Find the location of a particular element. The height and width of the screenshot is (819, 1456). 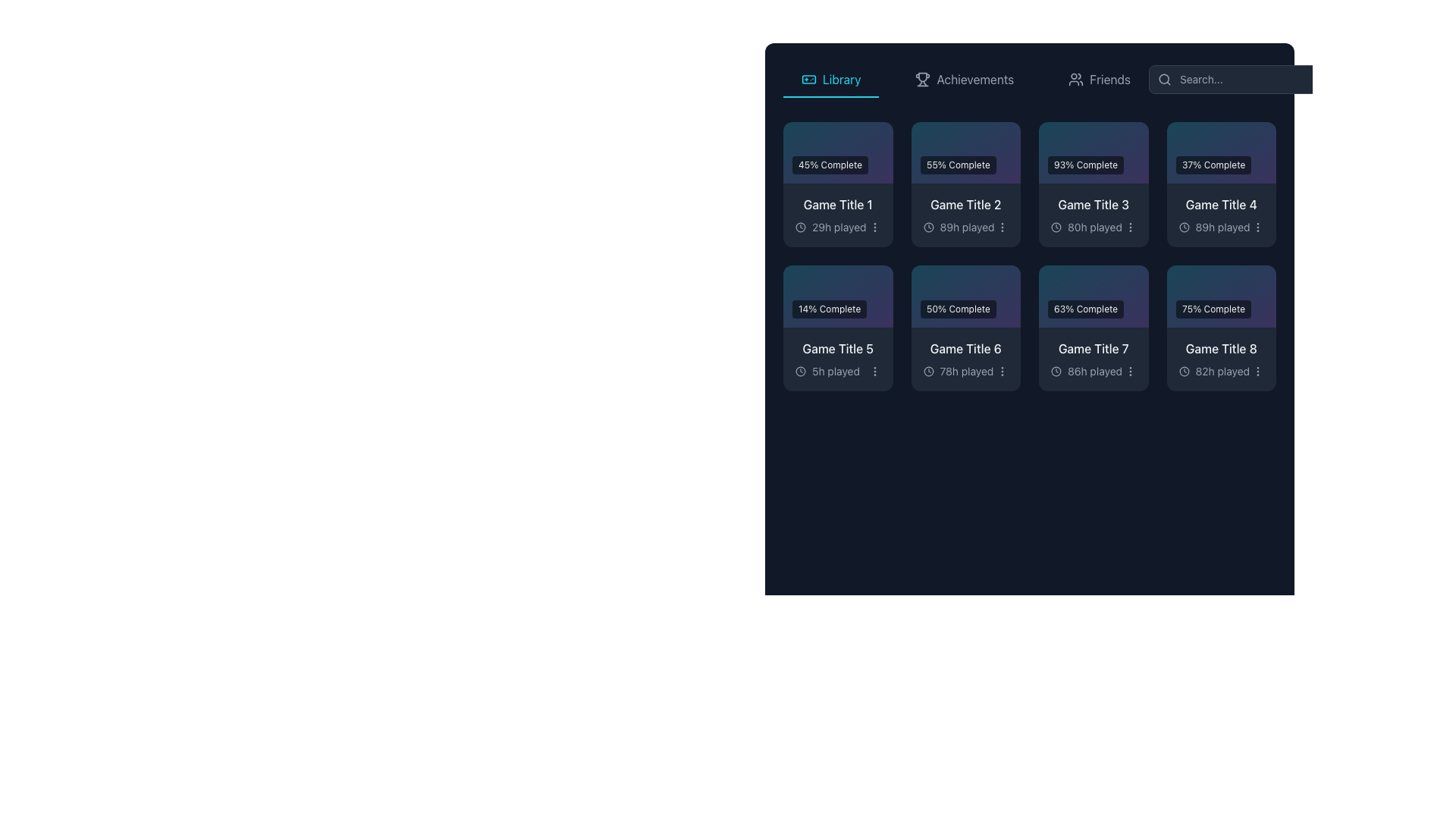

the non-interactive text label titled 'Game Title 6', which is located in the second row and second column of the grid layout is located at coordinates (965, 348).